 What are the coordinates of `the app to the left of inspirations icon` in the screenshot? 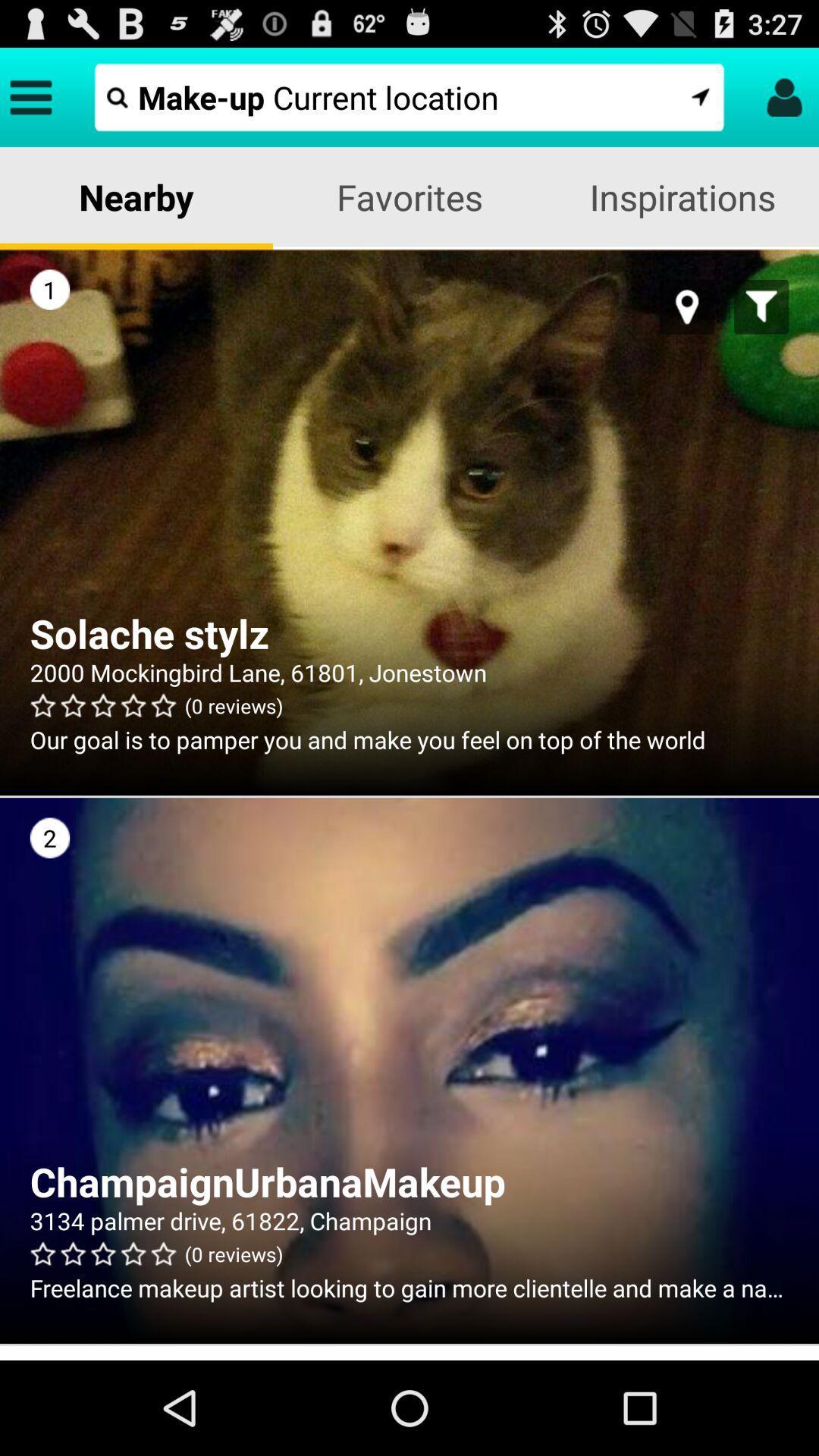 It's located at (409, 196).